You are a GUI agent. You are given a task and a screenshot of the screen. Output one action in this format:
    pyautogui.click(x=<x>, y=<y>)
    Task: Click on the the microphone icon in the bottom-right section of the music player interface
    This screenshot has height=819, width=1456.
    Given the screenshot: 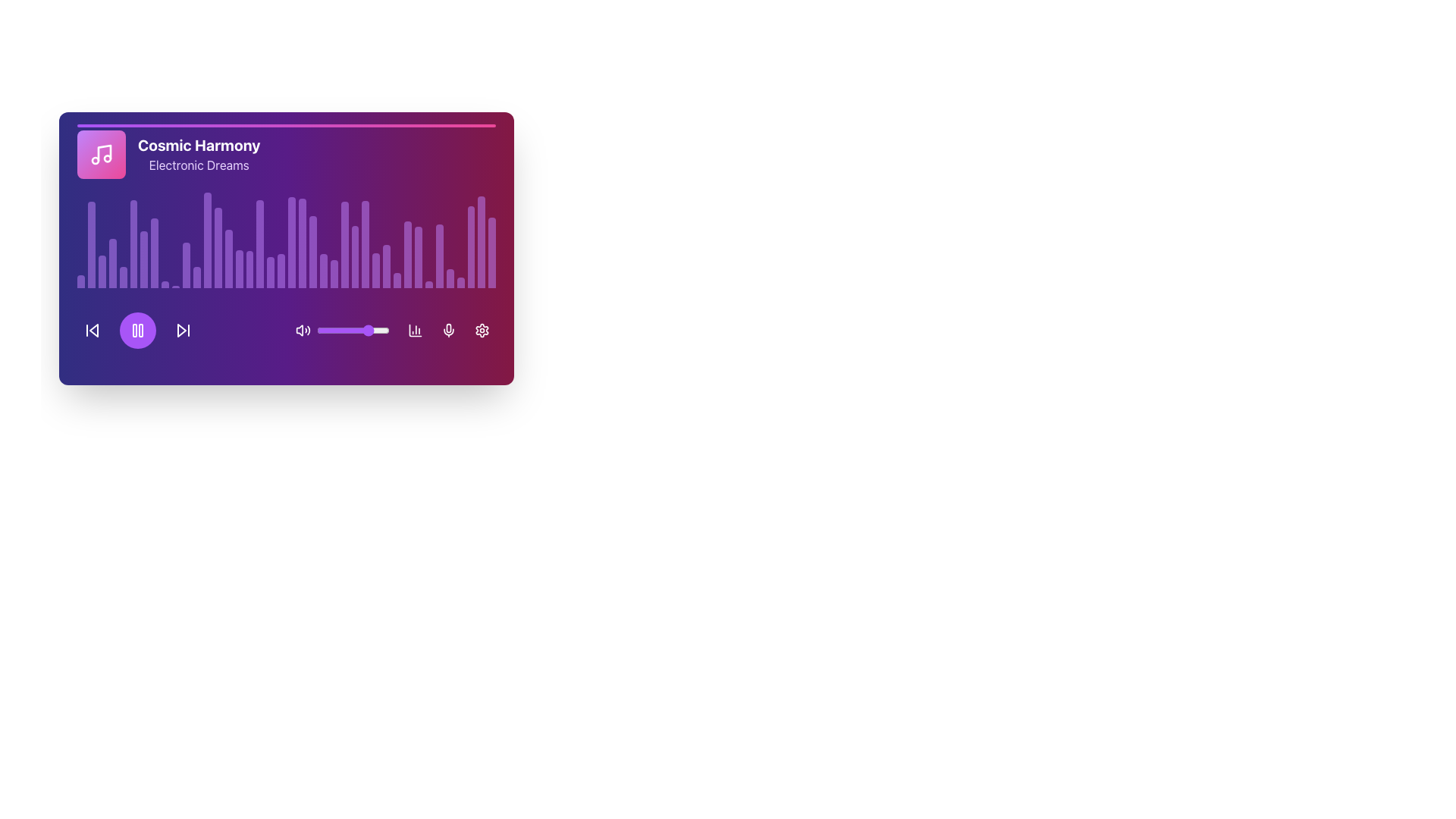 What is the action you would take?
    pyautogui.click(x=447, y=329)
    